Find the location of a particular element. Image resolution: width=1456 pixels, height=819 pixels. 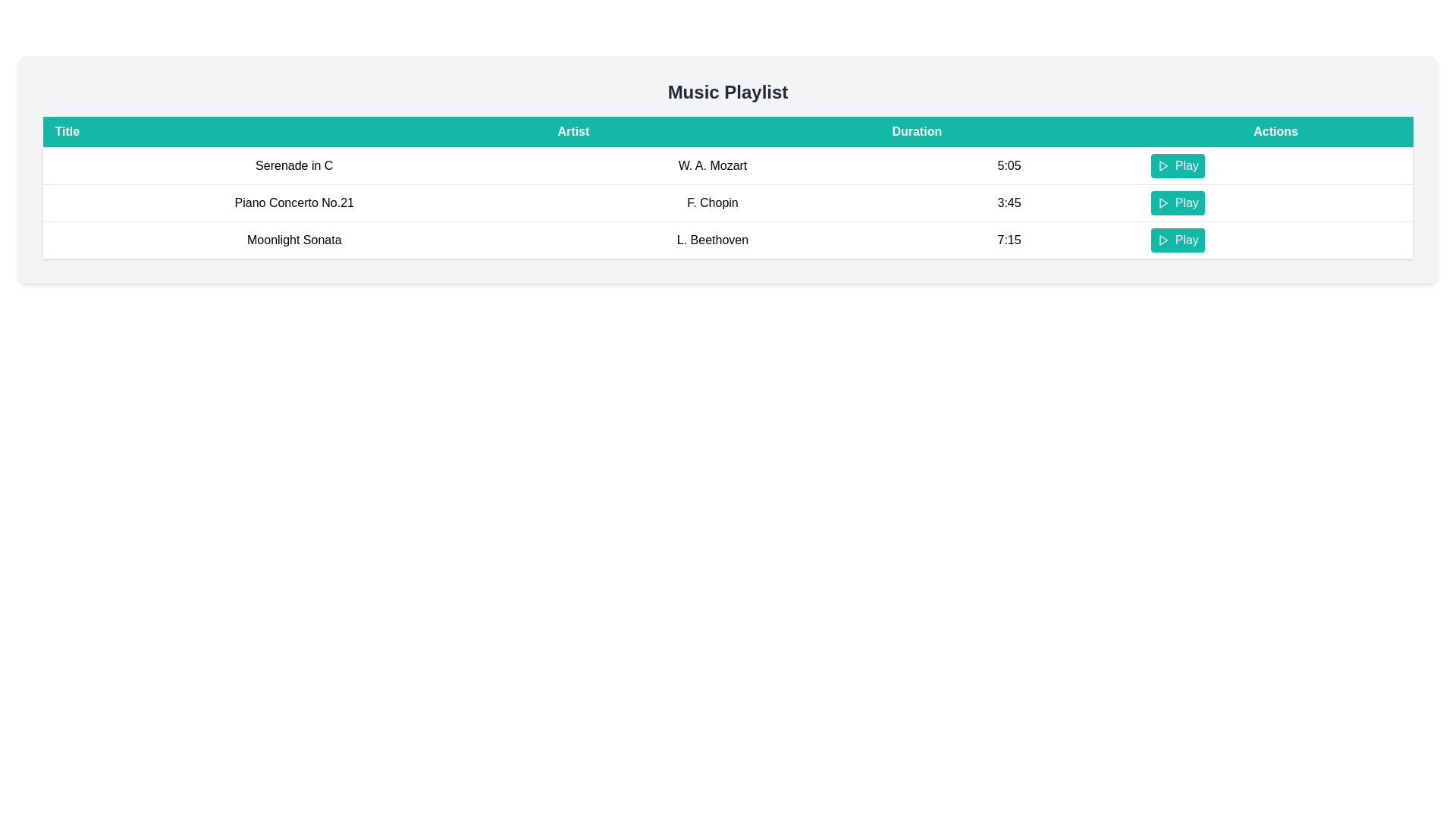

the text label reading 'W. A. Mozart' located in the 'Artist' column of the table, positioned centrally in the second column of the first data row is located at coordinates (712, 166).